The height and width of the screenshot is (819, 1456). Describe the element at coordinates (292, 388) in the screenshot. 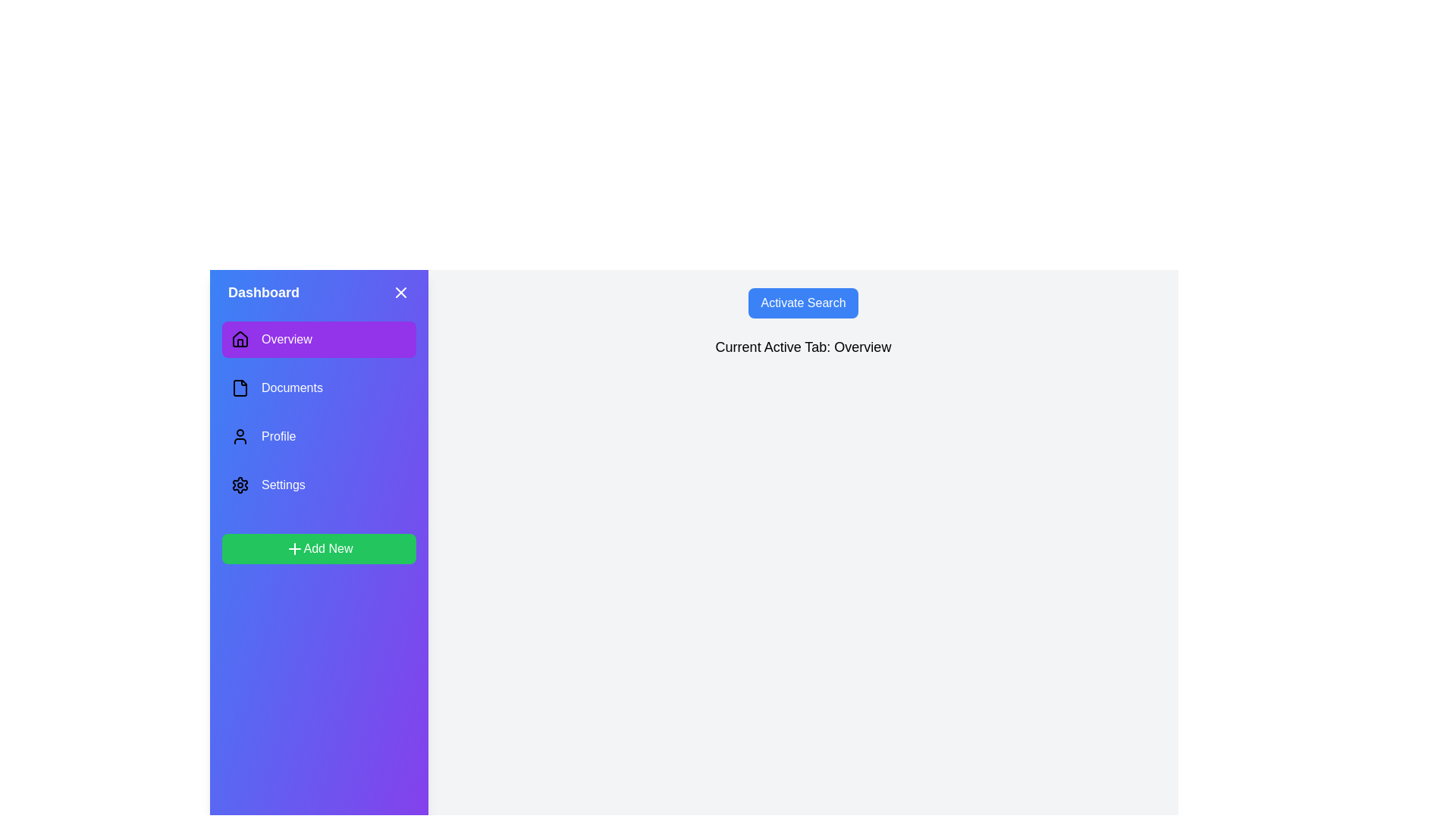

I see `the 'Documents' label in the navigation menu, which is located between the 'Overview' and 'Profile' menu items` at that location.